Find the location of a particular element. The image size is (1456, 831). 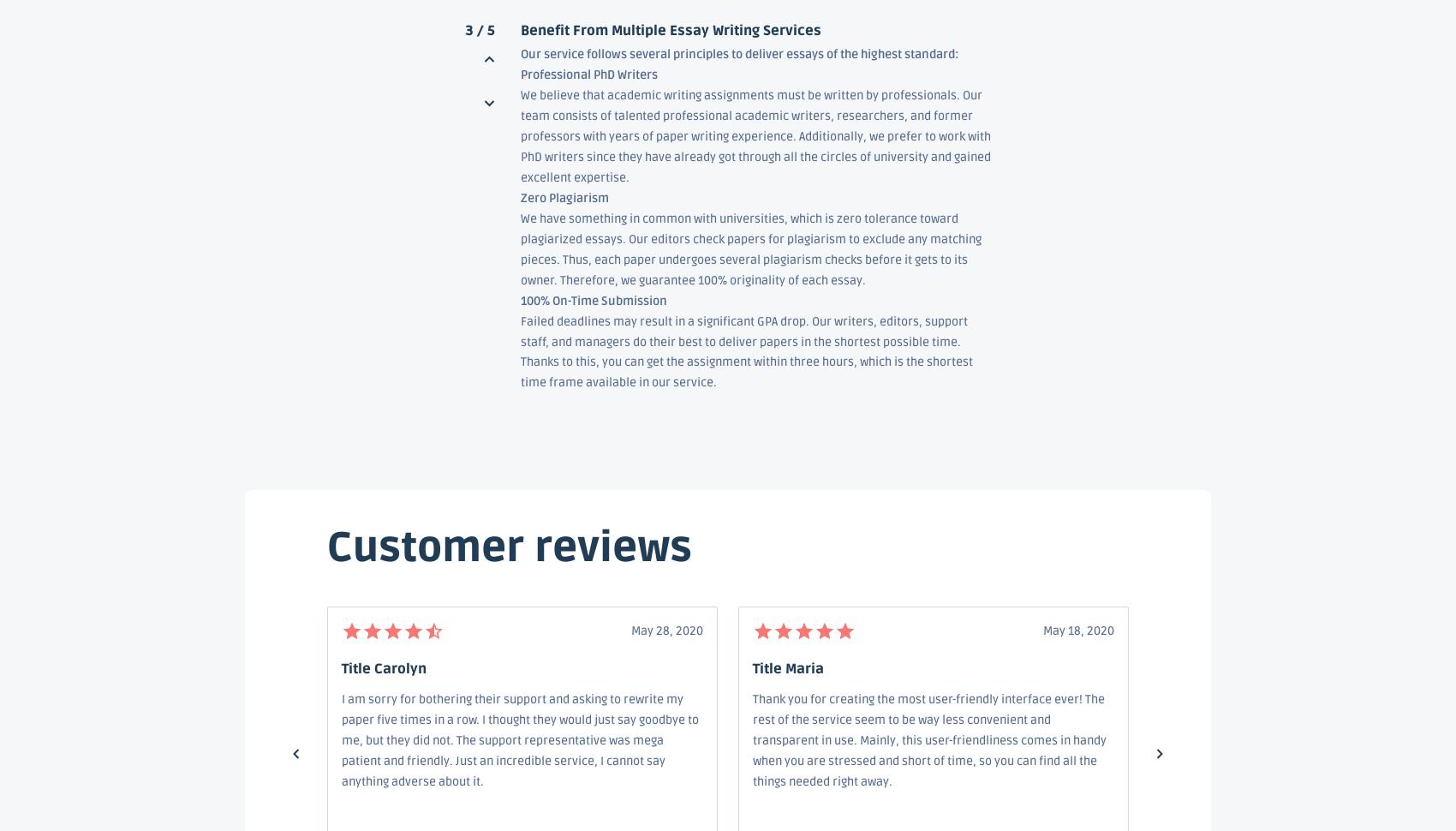

'We believe that academic writing assignments must be written by professionals. Our team consists of talented professional academic writers, researchers, and former professors with years of paper writing experience. Additionally, we prefer to work with PhD writers since they have already got through all the circles of university and gained excellent expertise.' is located at coordinates (755, 135).